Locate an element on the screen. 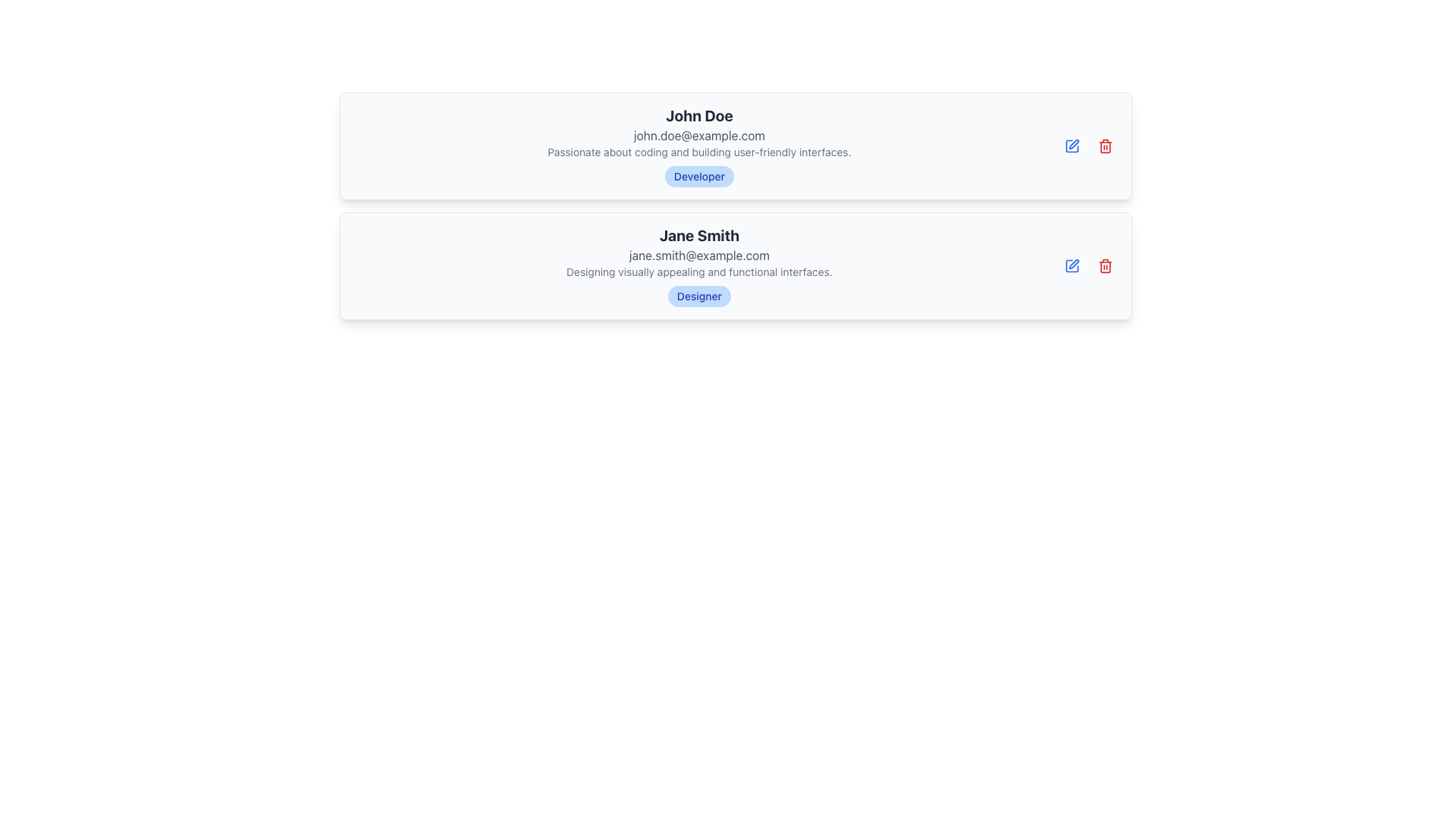 The height and width of the screenshot is (819, 1456). the text element styled in gray, located below the email address and above the 'Developer' badge, which reads: 'Passionate about coding and building user-friendly interfaces.' is located at coordinates (698, 152).